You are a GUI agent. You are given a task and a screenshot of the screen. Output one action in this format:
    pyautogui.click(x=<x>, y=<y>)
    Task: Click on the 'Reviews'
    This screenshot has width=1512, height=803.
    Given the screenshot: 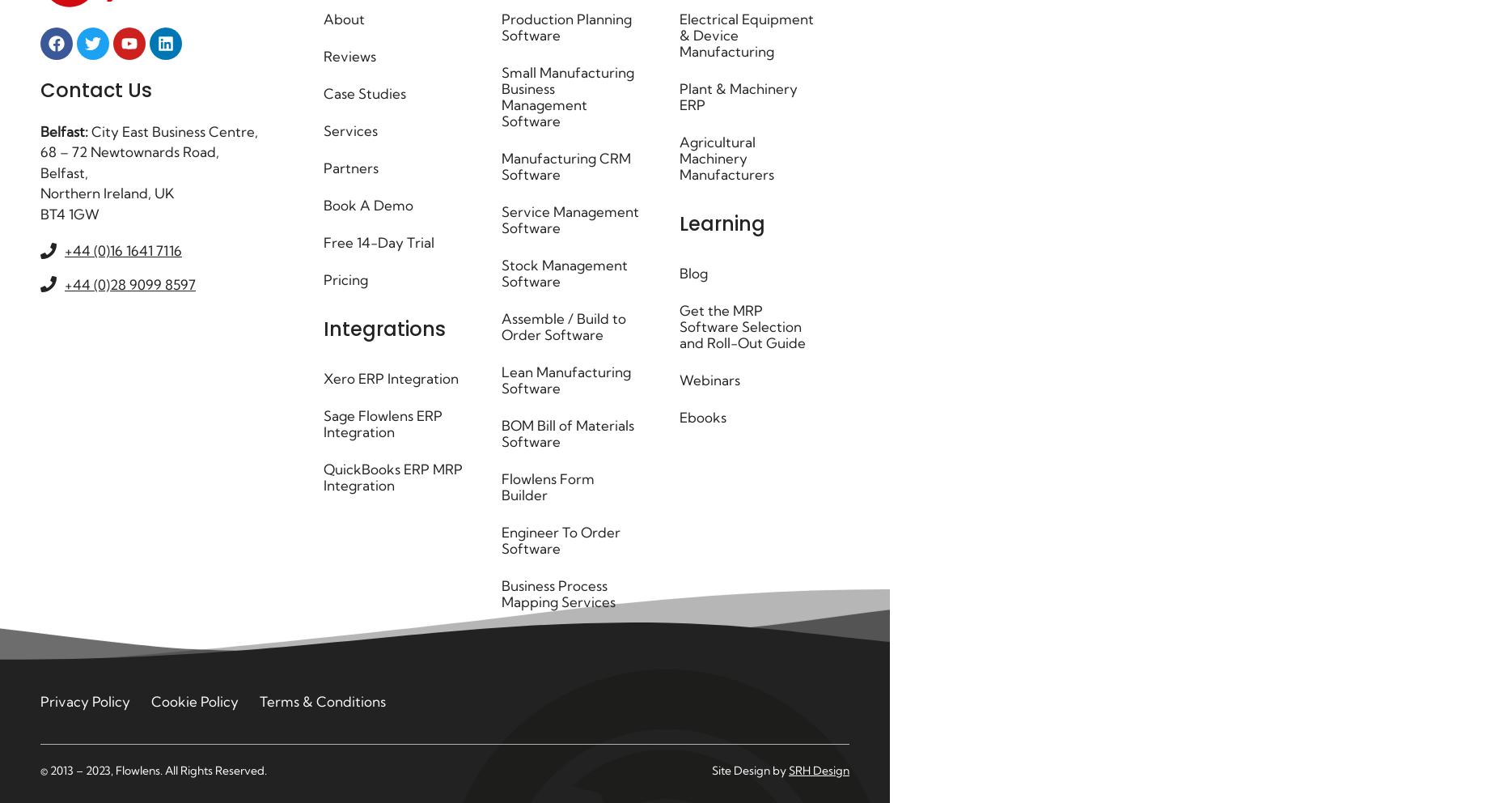 What is the action you would take?
    pyautogui.click(x=348, y=56)
    